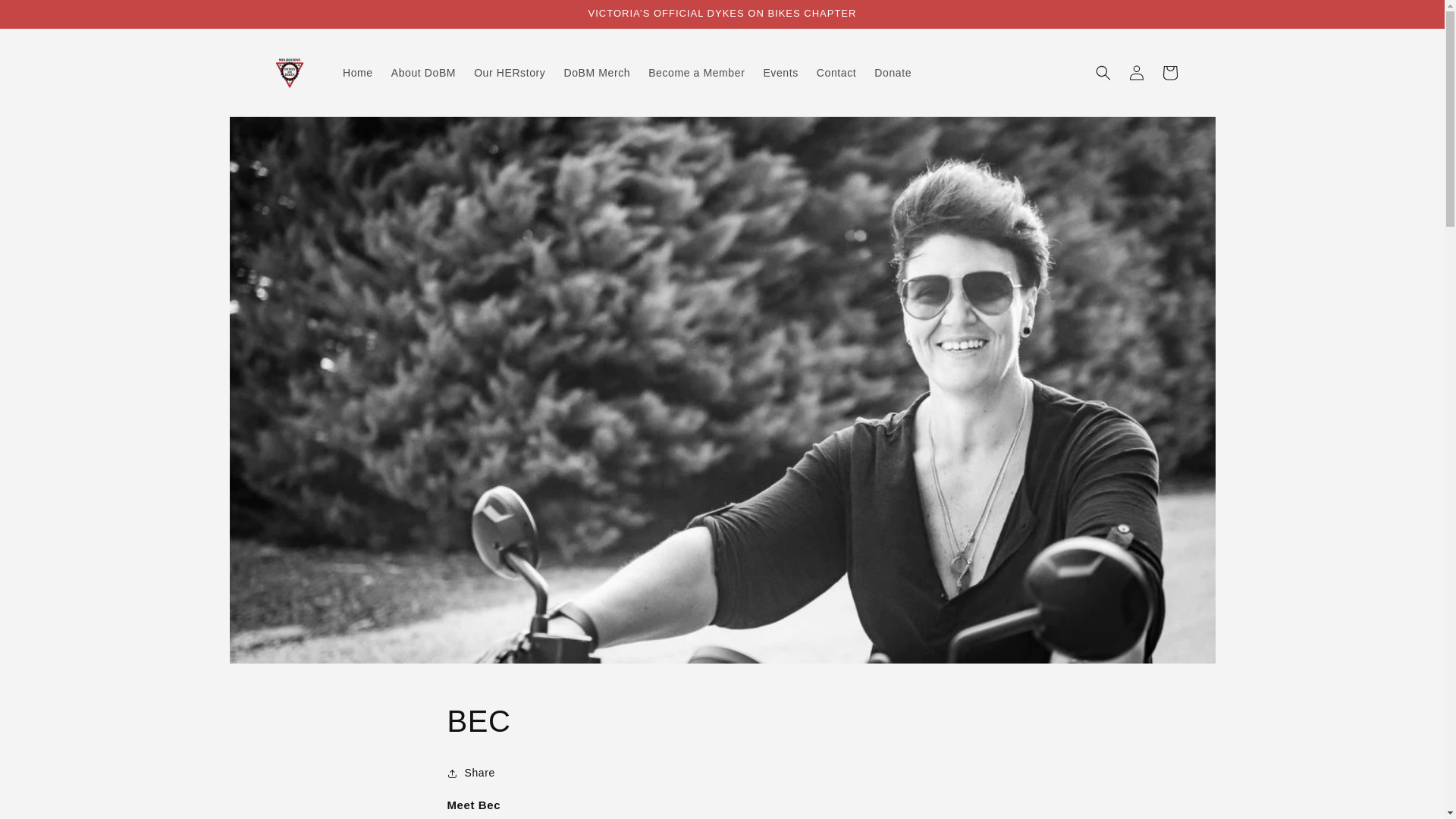  I want to click on 'Donate', so click(865, 73).